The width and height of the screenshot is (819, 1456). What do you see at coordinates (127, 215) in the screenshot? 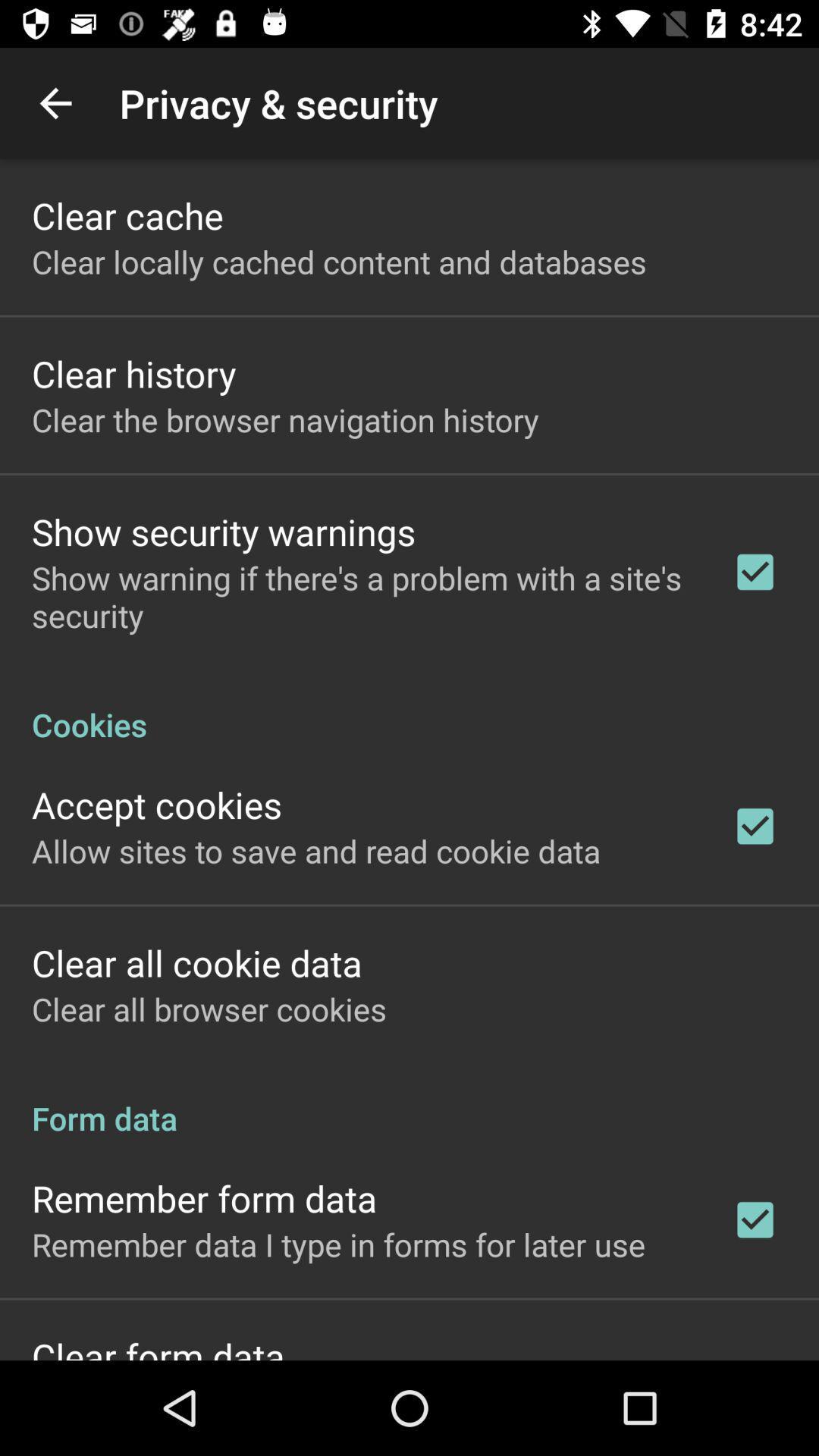
I see `the clear cache item` at bounding box center [127, 215].